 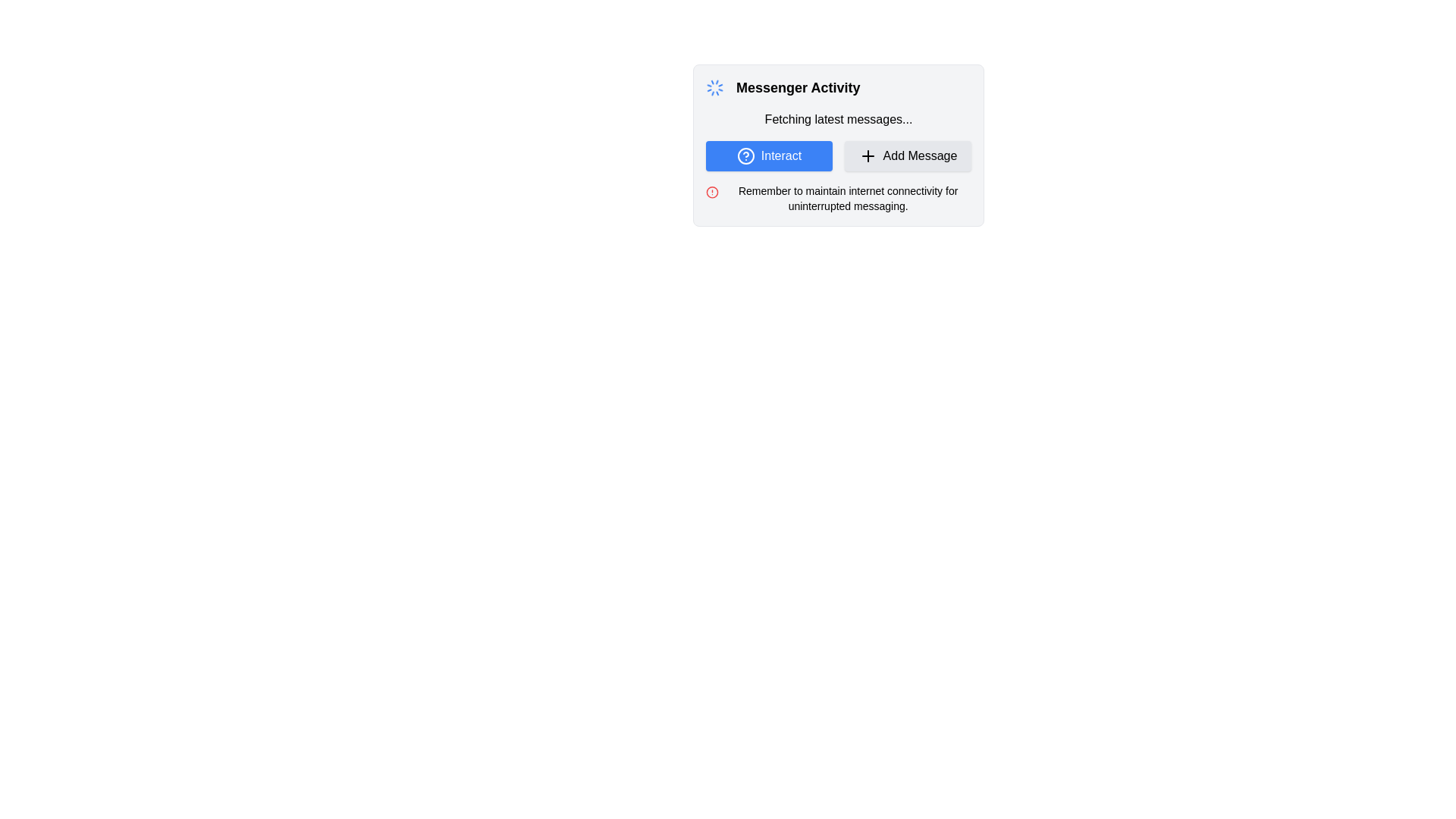 I want to click on informative message with an alert icon located at the bottom of the 'Messenger Activity' section, below the 'Interact' and 'Add Message' buttons, so click(x=837, y=198).